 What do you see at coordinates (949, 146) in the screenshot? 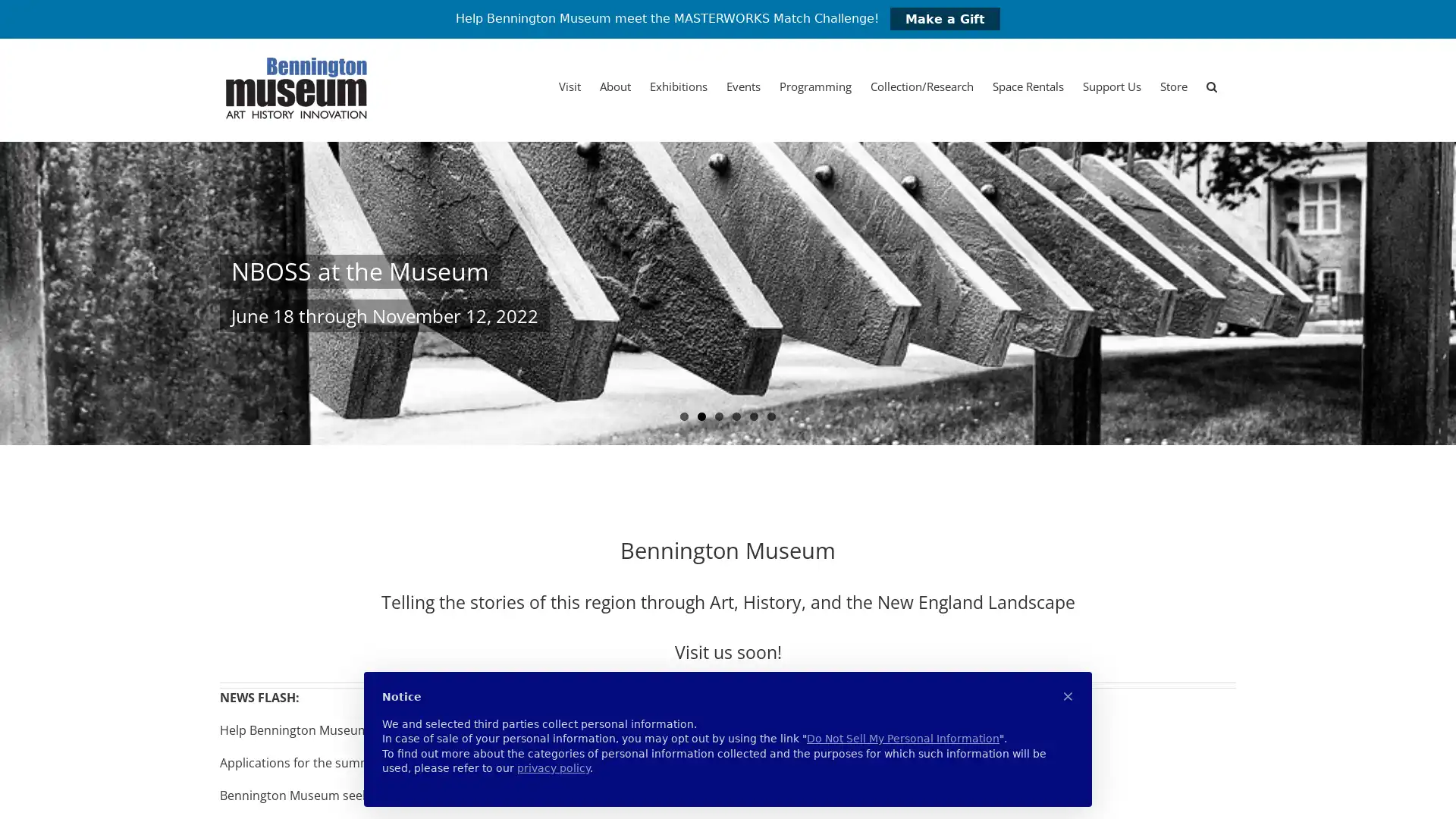
I see `Close` at bounding box center [949, 146].